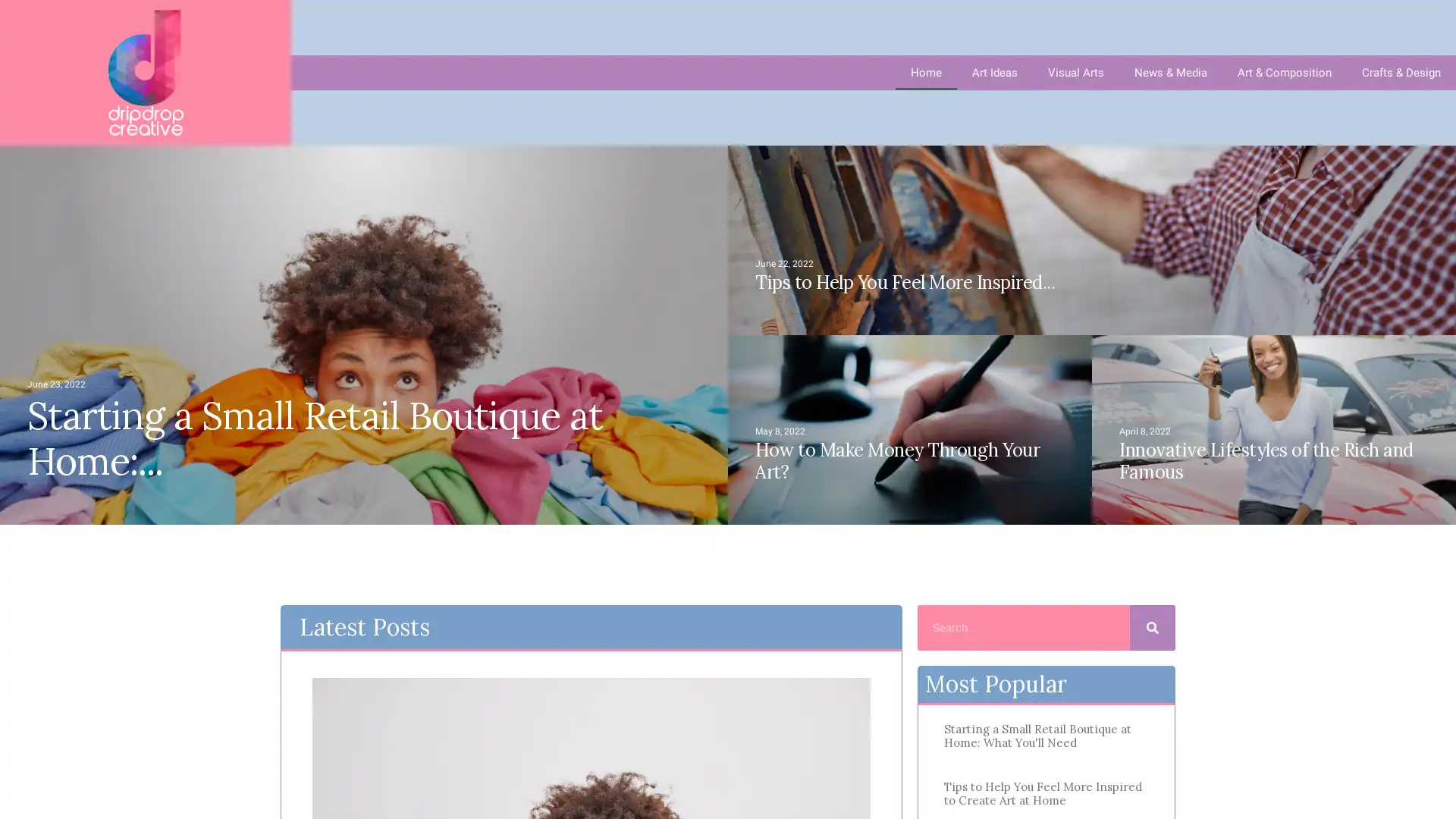  What do you see at coordinates (1153, 628) in the screenshot?
I see `Search` at bounding box center [1153, 628].